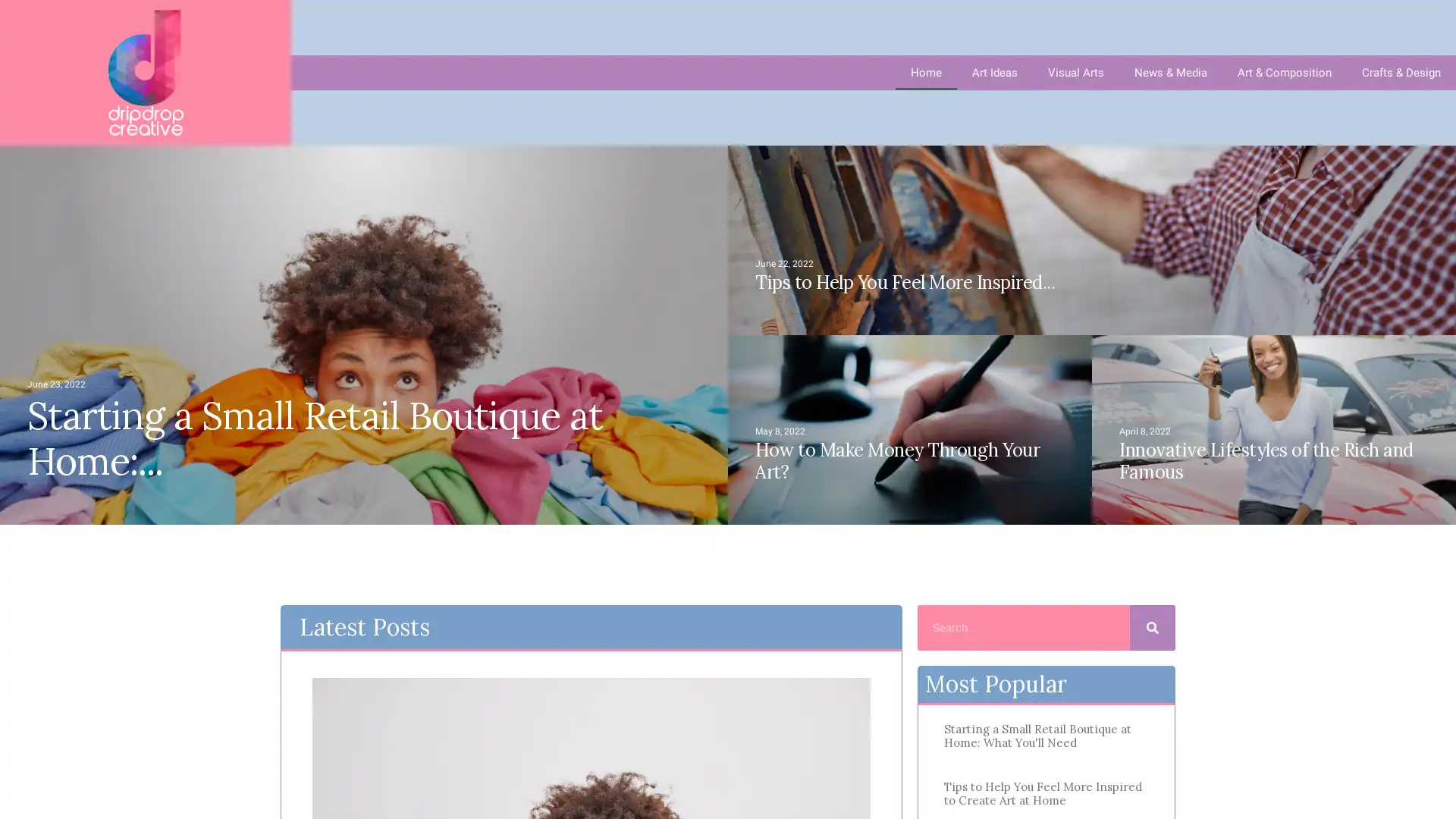  What do you see at coordinates (1153, 628) in the screenshot?
I see `Search` at bounding box center [1153, 628].